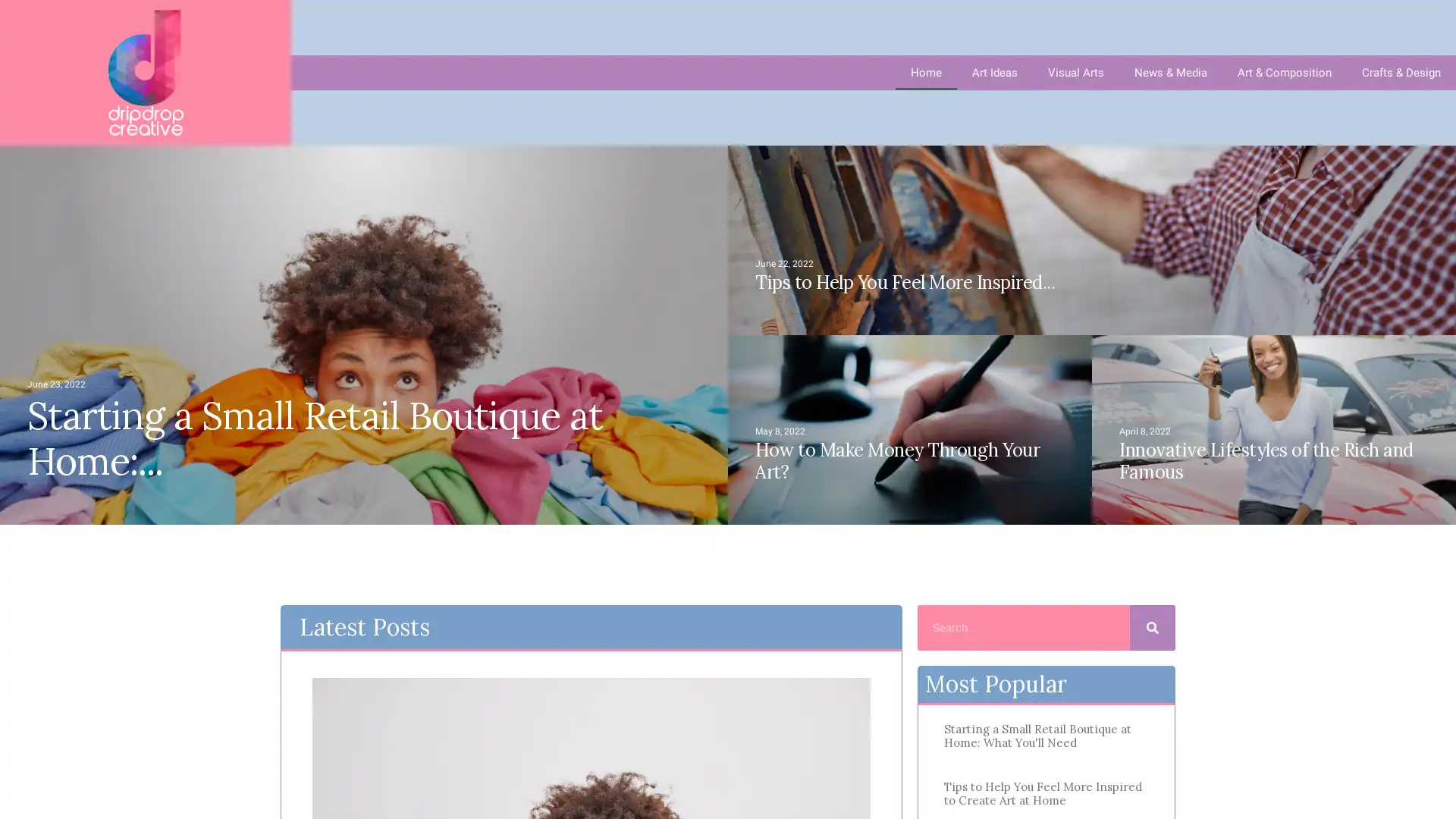  What do you see at coordinates (1153, 628) in the screenshot?
I see `Search` at bounding box center [1153, 628].